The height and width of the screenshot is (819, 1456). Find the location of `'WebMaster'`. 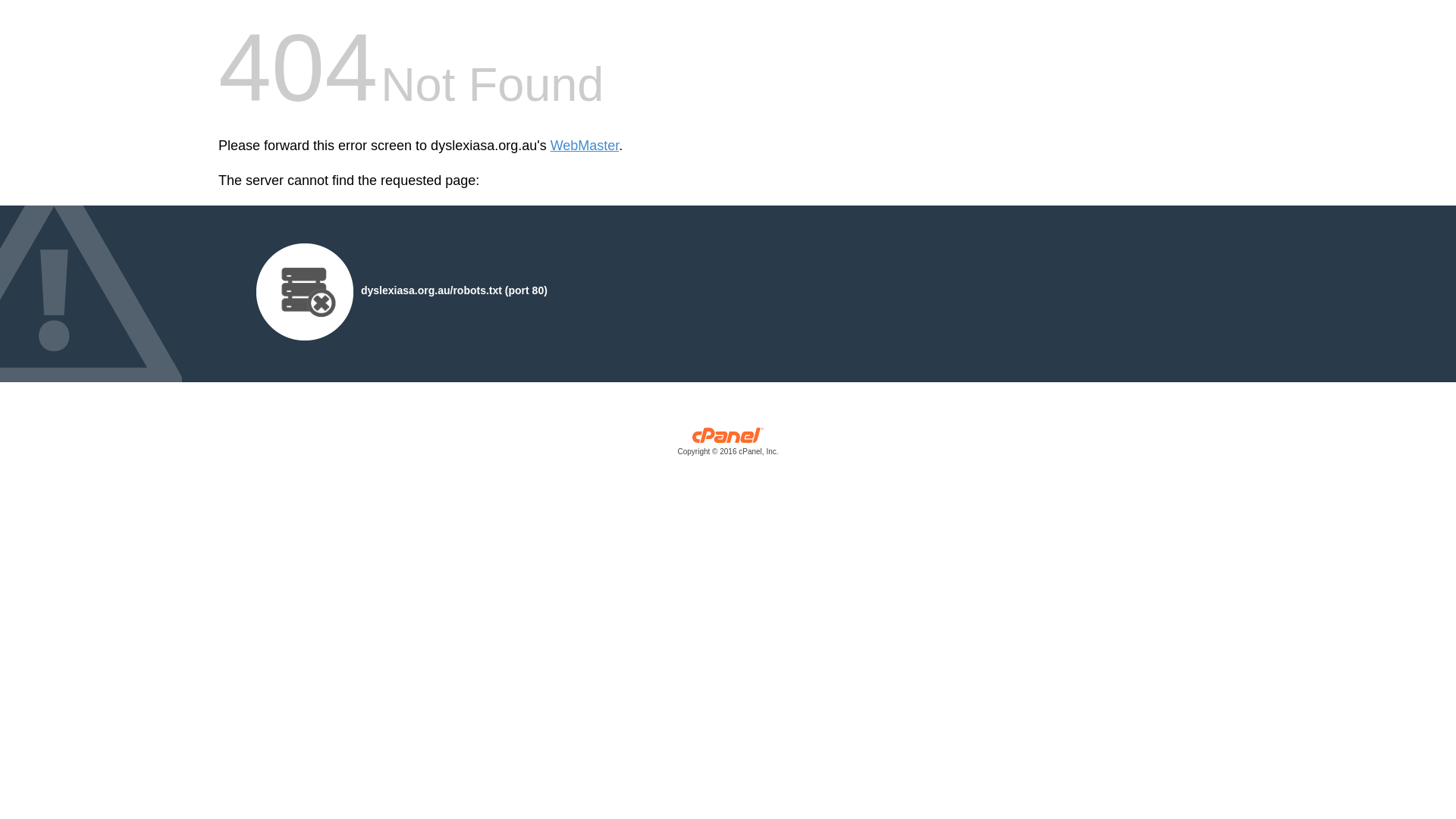

'WebMaster' is located at coordinates (584, 146).